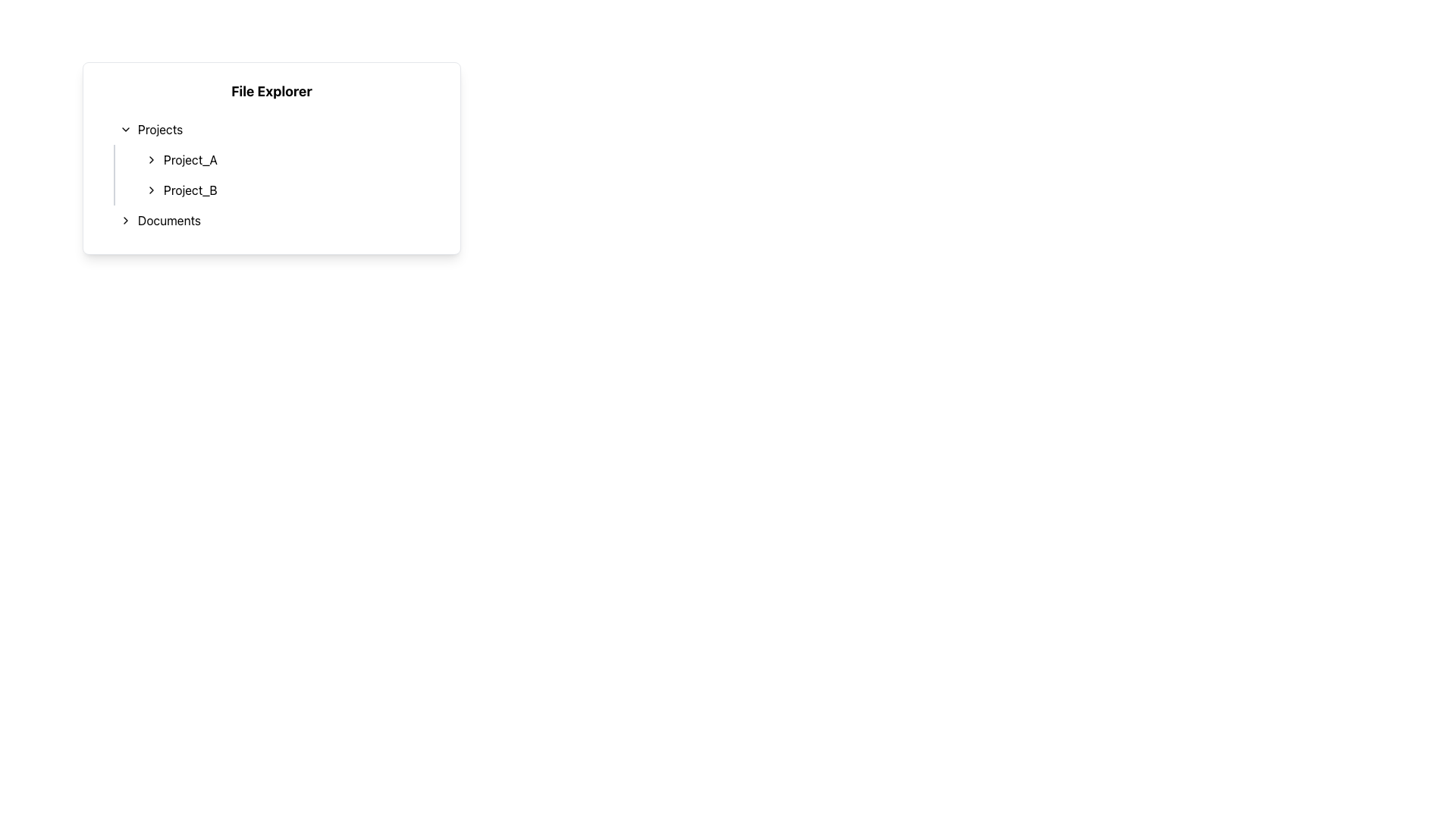 The width and height of the screenshot is (1456, 819). Describe the element at coordinates (190, 189) in the screenshot. I see `the text label element displaying 'Project_B' in the 'Projects' section of the 'File Explorer' interface` at that location.